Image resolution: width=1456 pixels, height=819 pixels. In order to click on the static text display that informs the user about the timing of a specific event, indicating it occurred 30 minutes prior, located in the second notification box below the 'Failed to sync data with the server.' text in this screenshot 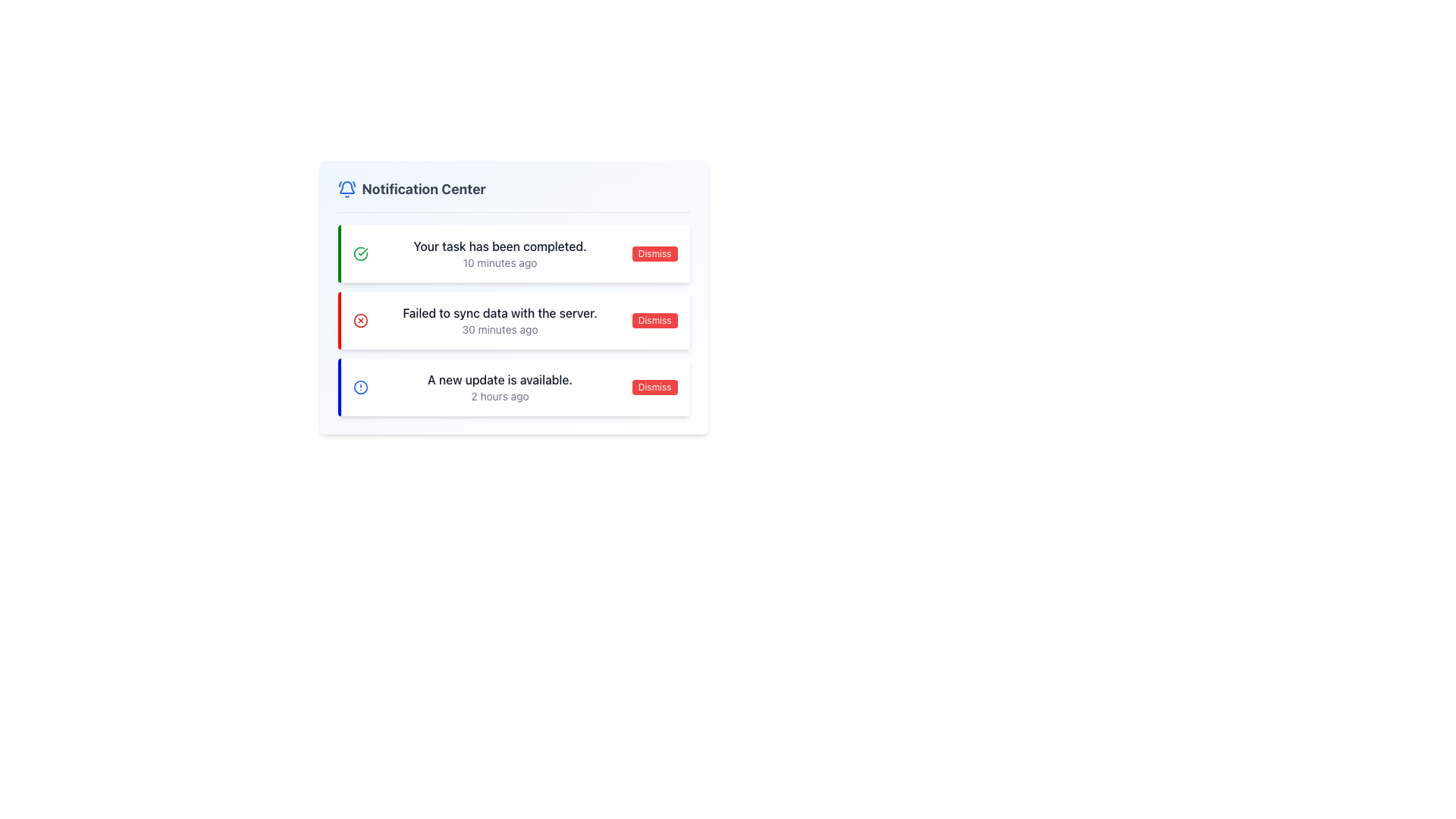, I will do `click(500, 329)`.